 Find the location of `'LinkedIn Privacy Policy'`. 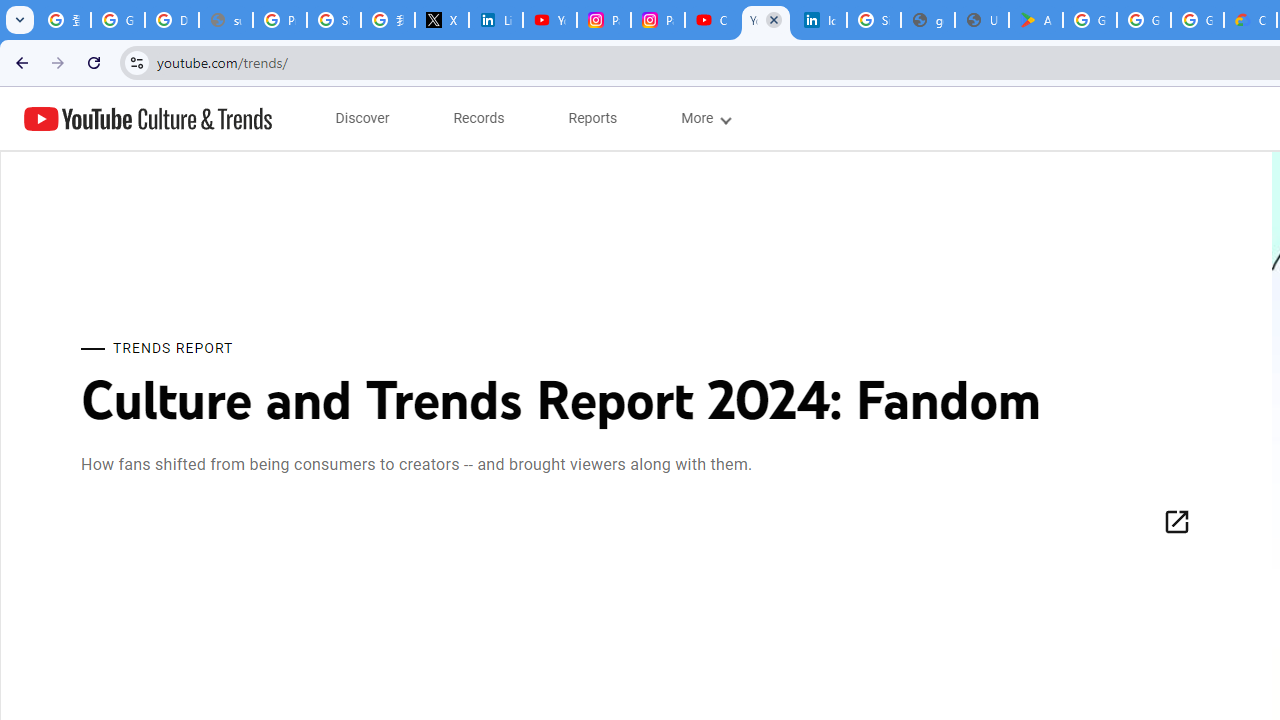

'LinkedIn Privacy Policy' is located at coordinates (496, 20).